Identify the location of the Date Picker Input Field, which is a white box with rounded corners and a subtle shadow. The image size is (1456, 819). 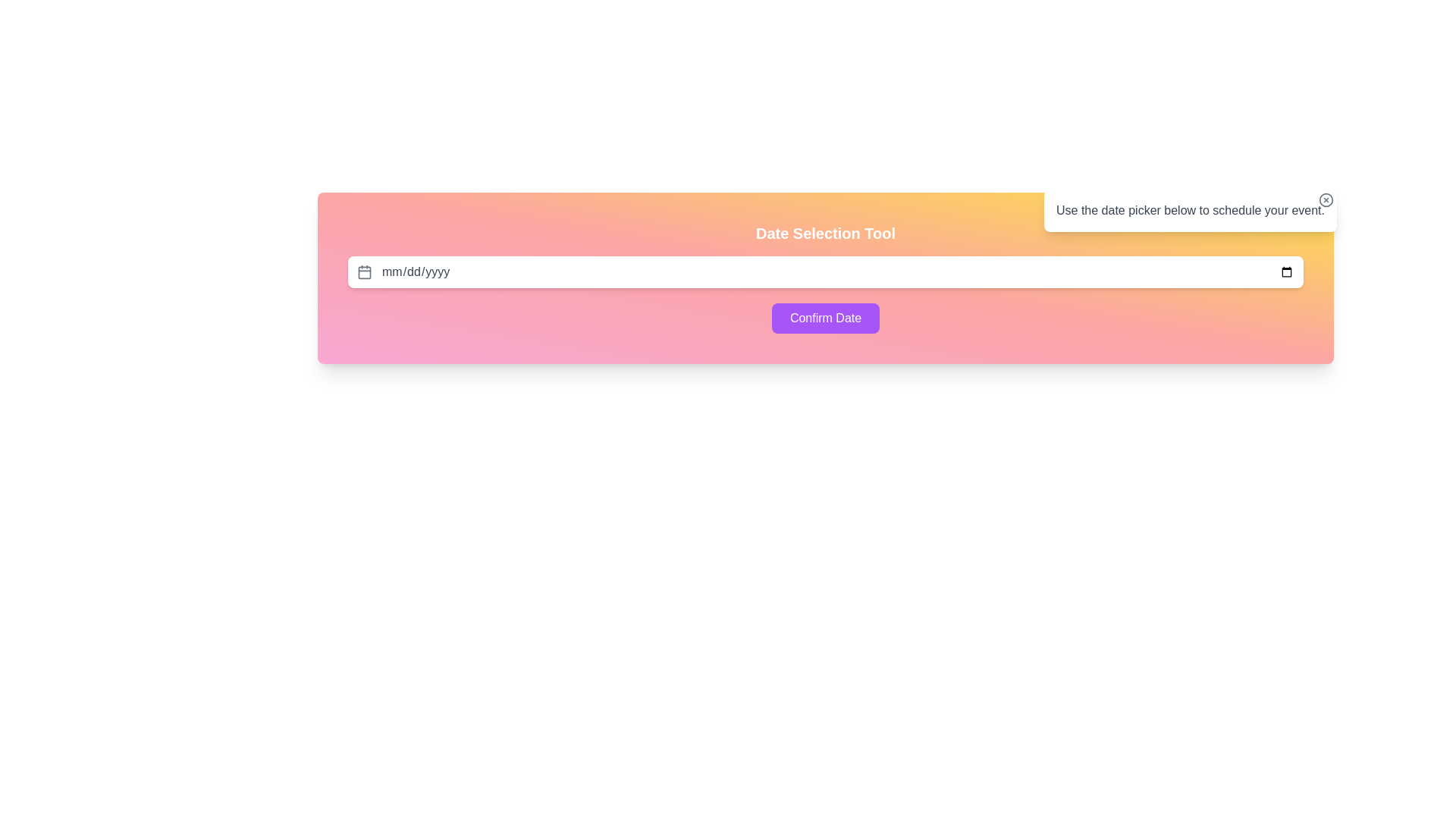
(825, 271).